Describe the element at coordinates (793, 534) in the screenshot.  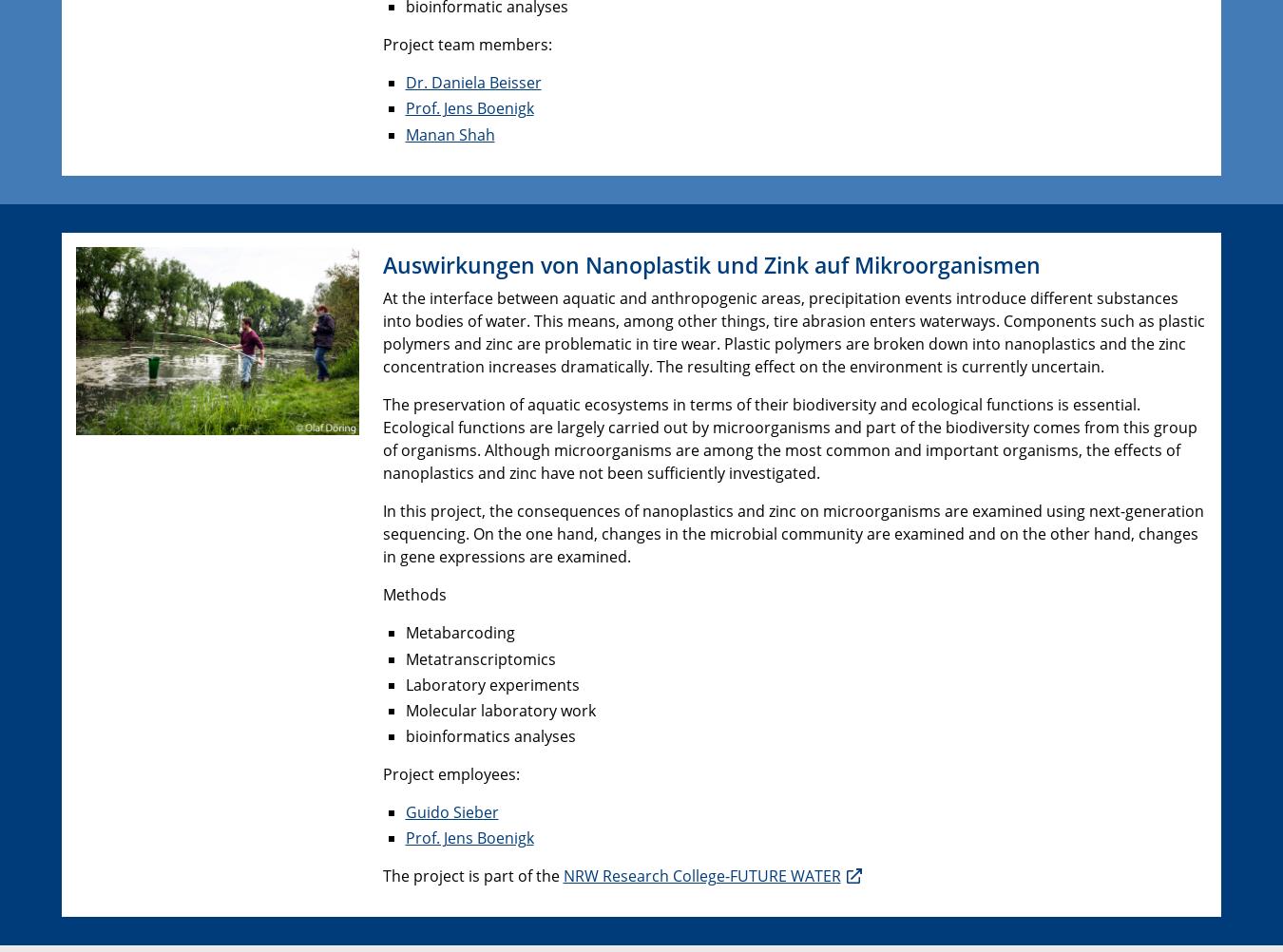
I see `'In this project, the consequences of nanoplastics and zinc on microorganisms are examined using next-generation sequencing. On the one hand, changes in the microbial community are examined and on the other hand, changes in gene expressions are examined.'` at that location.